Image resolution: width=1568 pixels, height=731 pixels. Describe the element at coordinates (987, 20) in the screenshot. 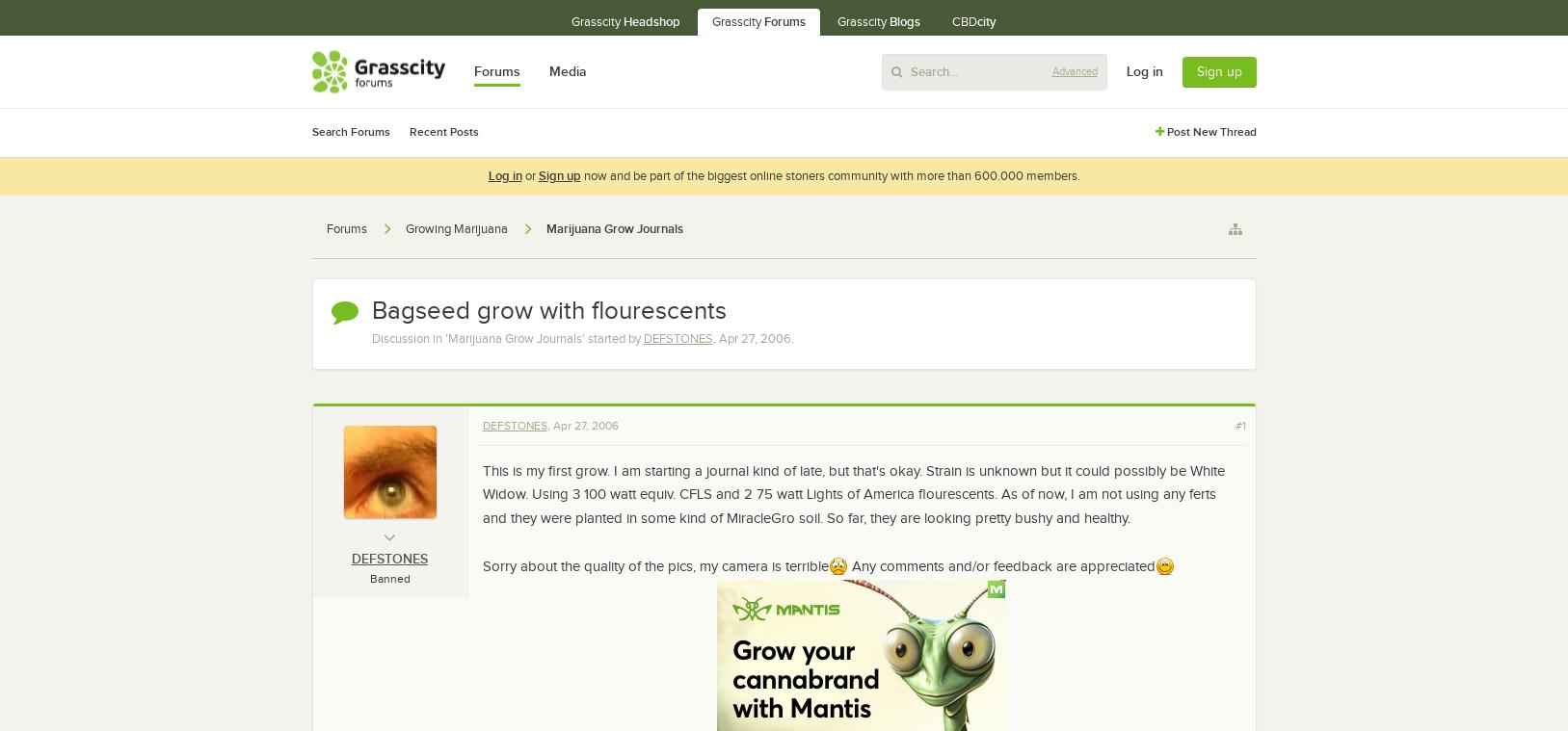

I see `'city'` at that location.